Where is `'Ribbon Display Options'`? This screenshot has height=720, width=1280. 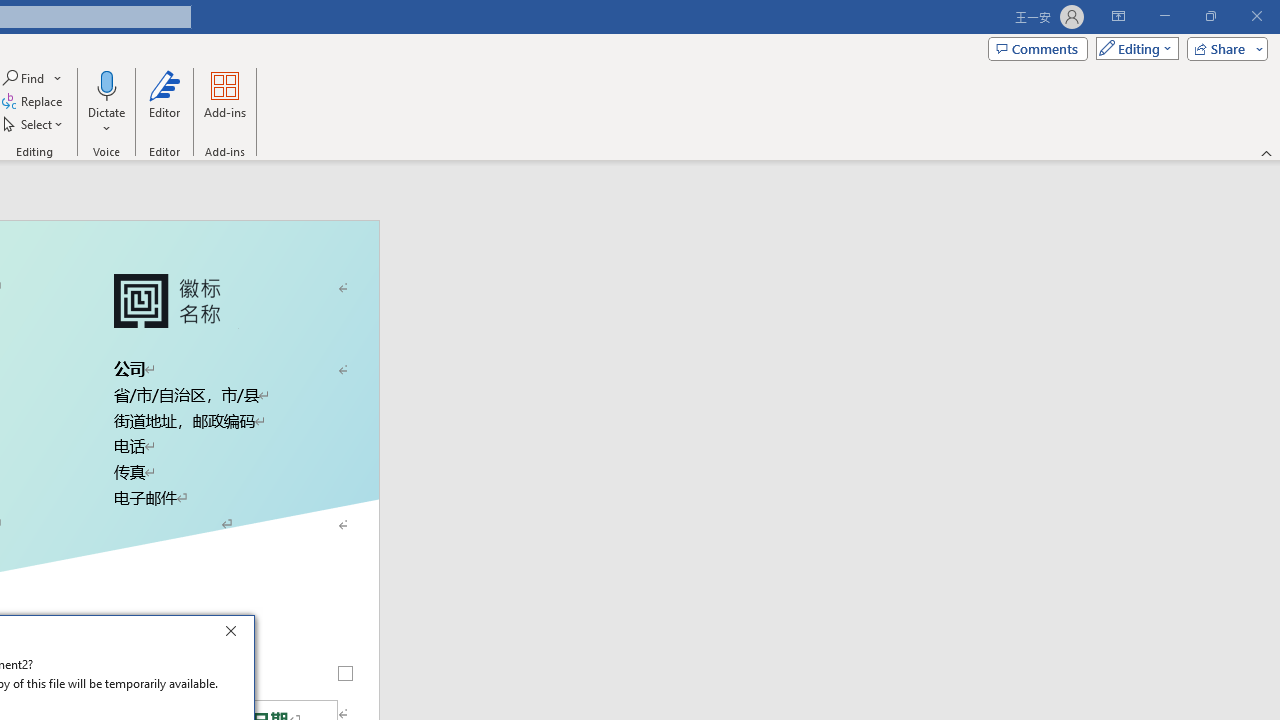
'Ribbon Display Options' is located at coordinates (1117, 16).